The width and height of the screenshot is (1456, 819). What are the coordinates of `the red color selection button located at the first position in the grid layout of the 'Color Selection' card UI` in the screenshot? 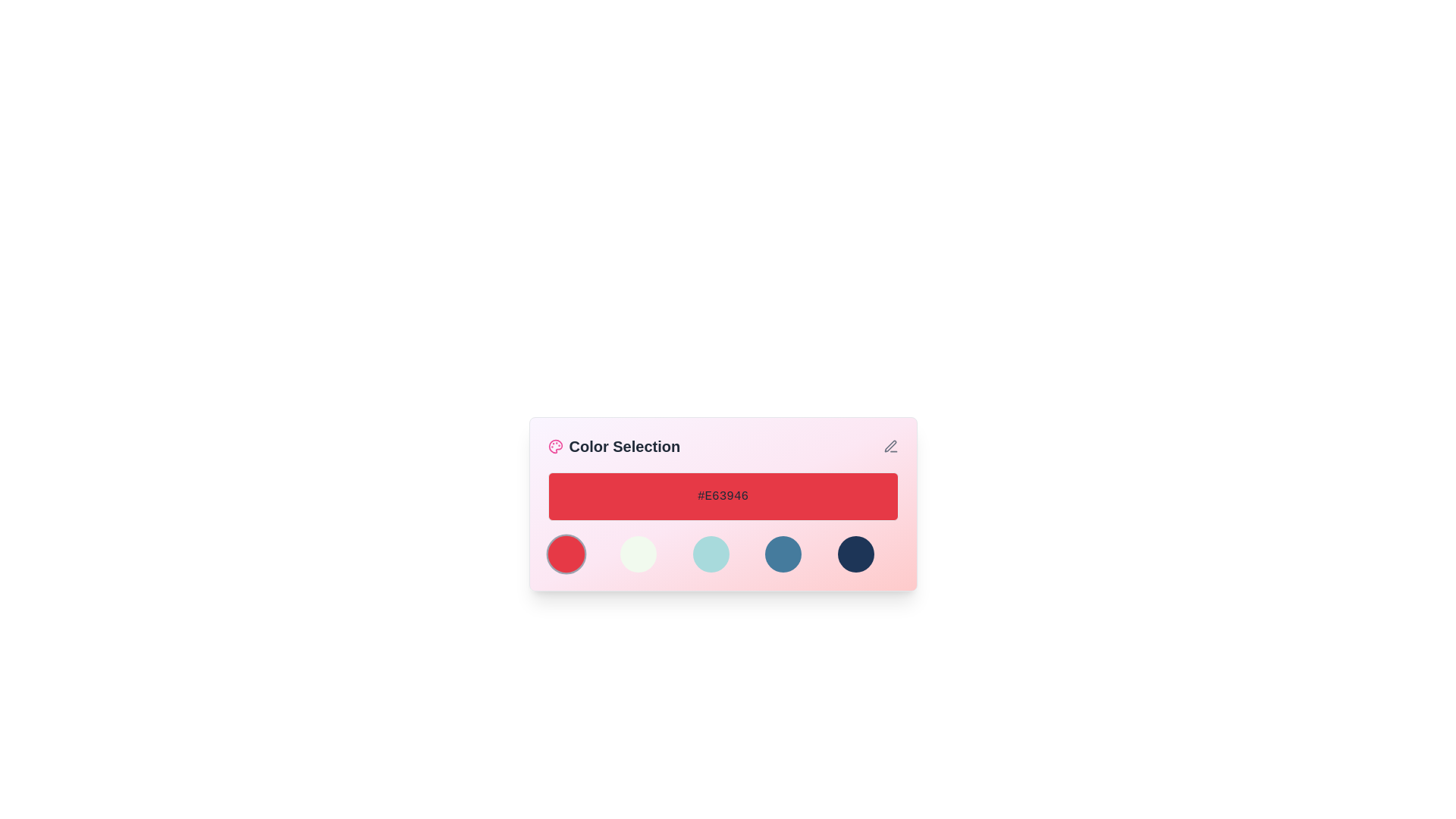 It's located at (565, 554).